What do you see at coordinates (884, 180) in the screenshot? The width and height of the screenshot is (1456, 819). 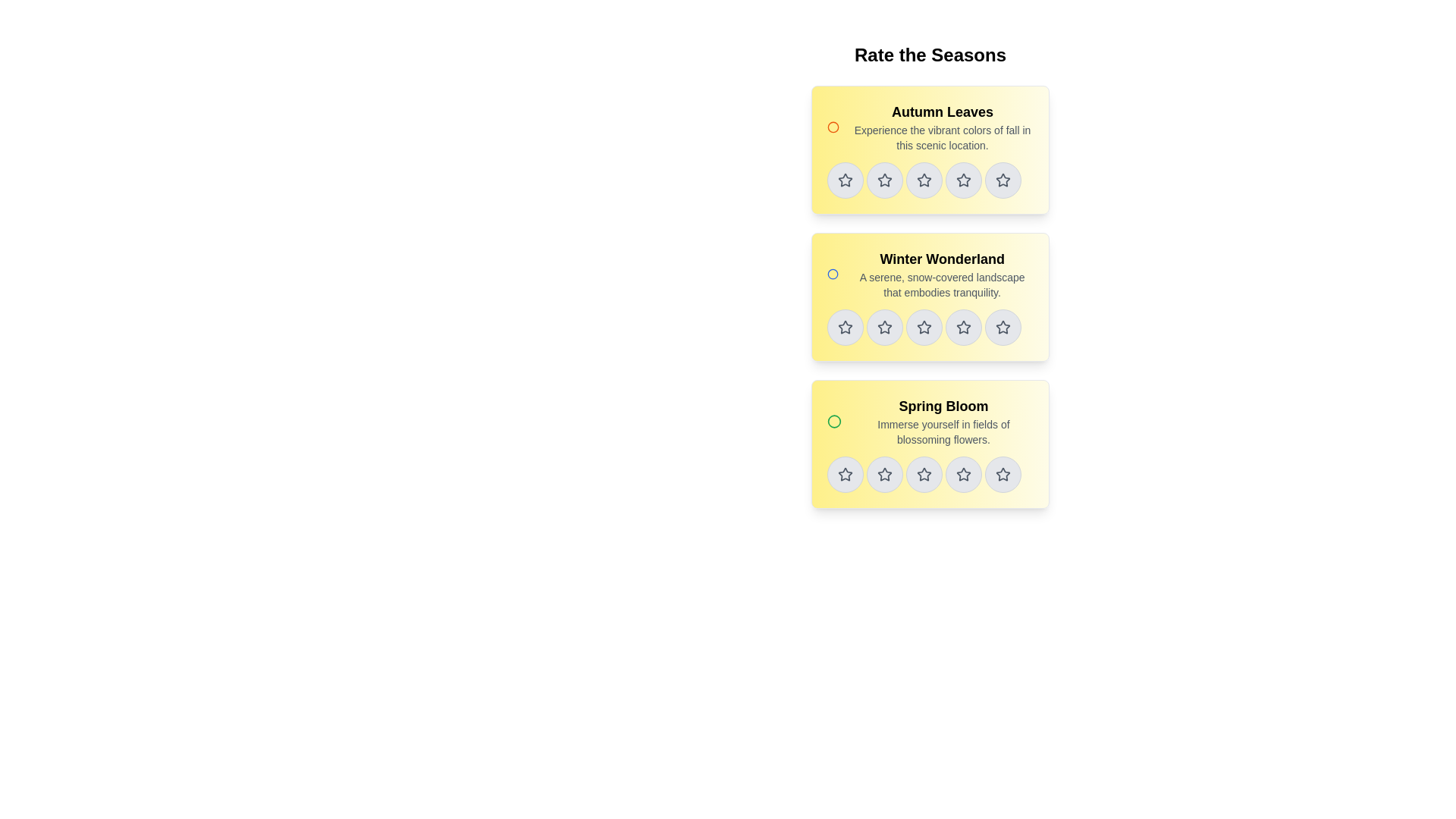 I see `the second star in the 5-star rating system for the 'Autumn Leaves' section to set a two-star rating` at bounding box center [884, 180].